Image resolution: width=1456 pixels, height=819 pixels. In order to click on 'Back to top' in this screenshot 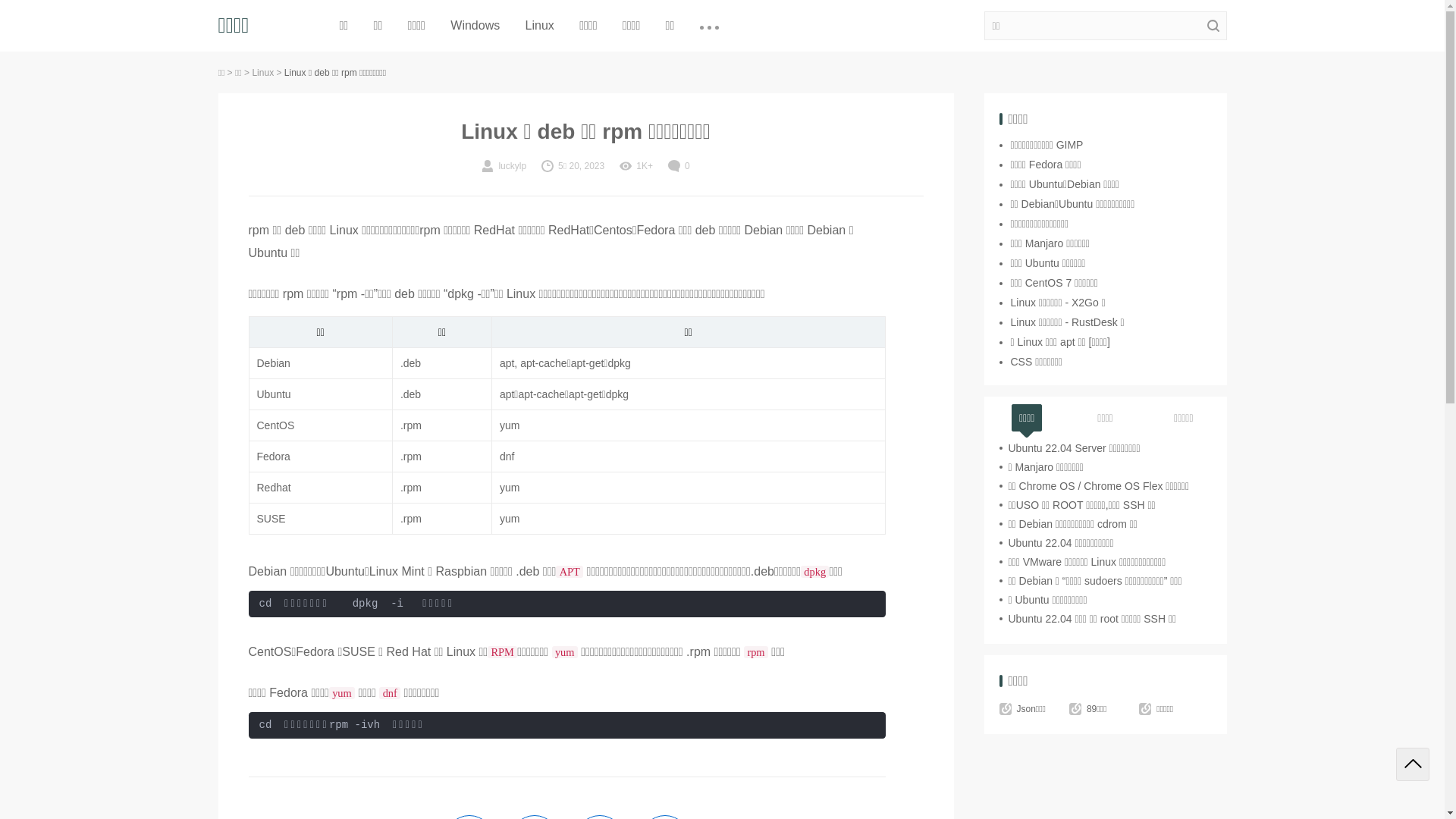, I will do `click(1395, 764)`.